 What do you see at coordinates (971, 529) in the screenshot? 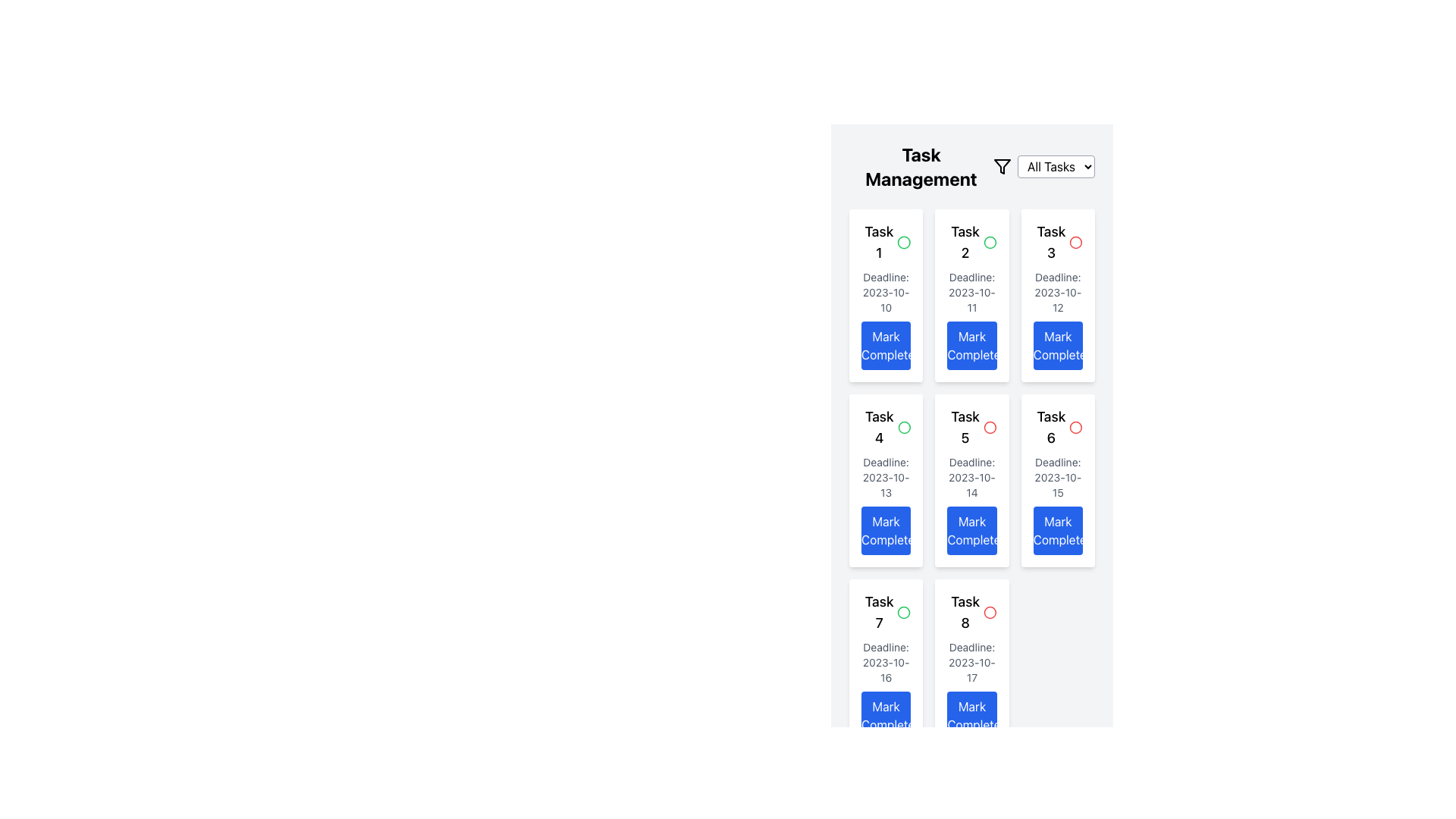
I see `the 'Mark Completed' button at the bottom of the 'Task 5' card` at bounding box center [971, 529].